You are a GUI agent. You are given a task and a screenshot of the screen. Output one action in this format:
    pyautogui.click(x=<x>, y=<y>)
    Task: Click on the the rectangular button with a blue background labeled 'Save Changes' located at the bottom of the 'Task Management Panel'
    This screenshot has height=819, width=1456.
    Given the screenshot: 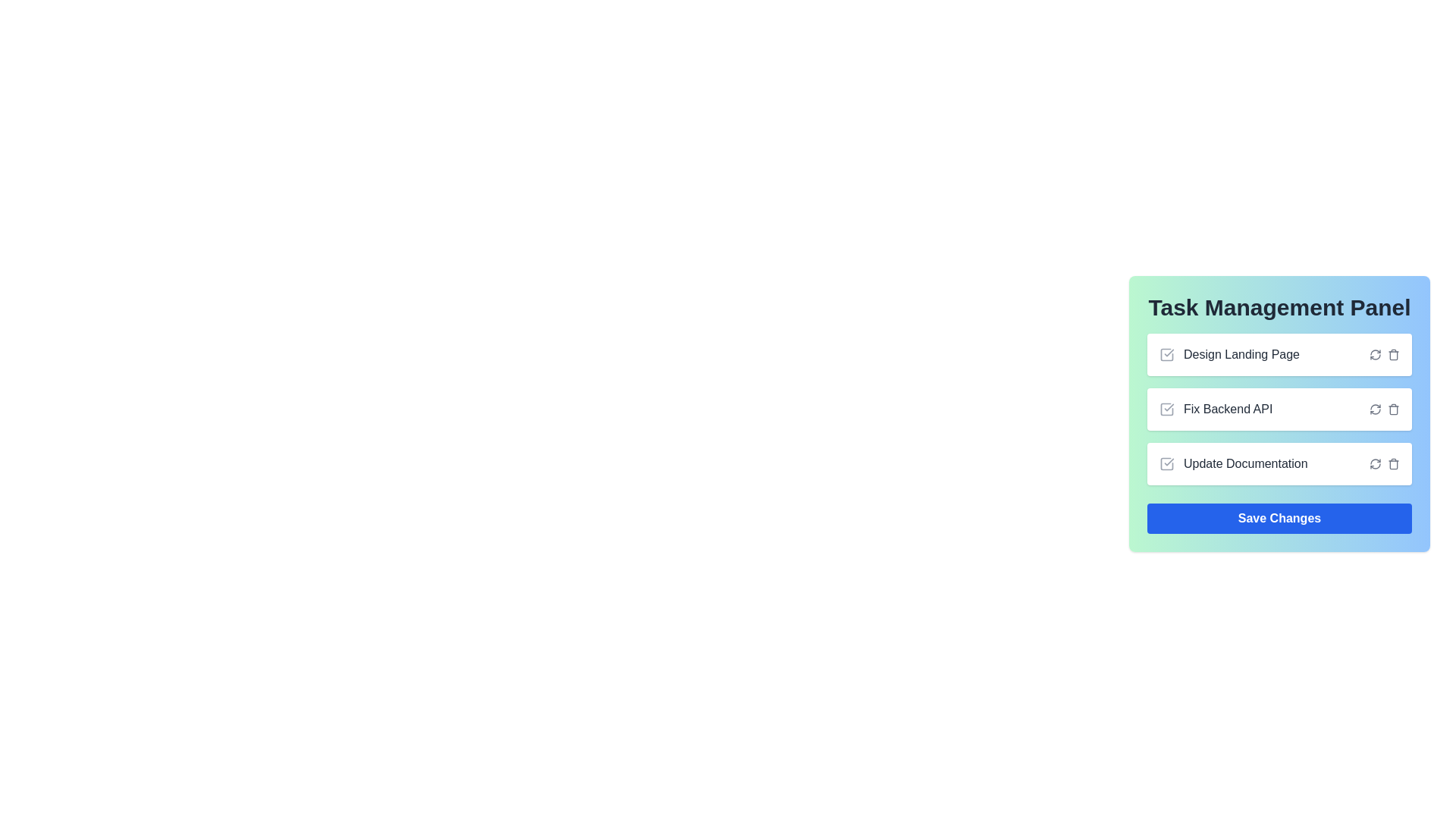 What is the action you would take?
    pyautogui.click(x=1279, y=517)
    